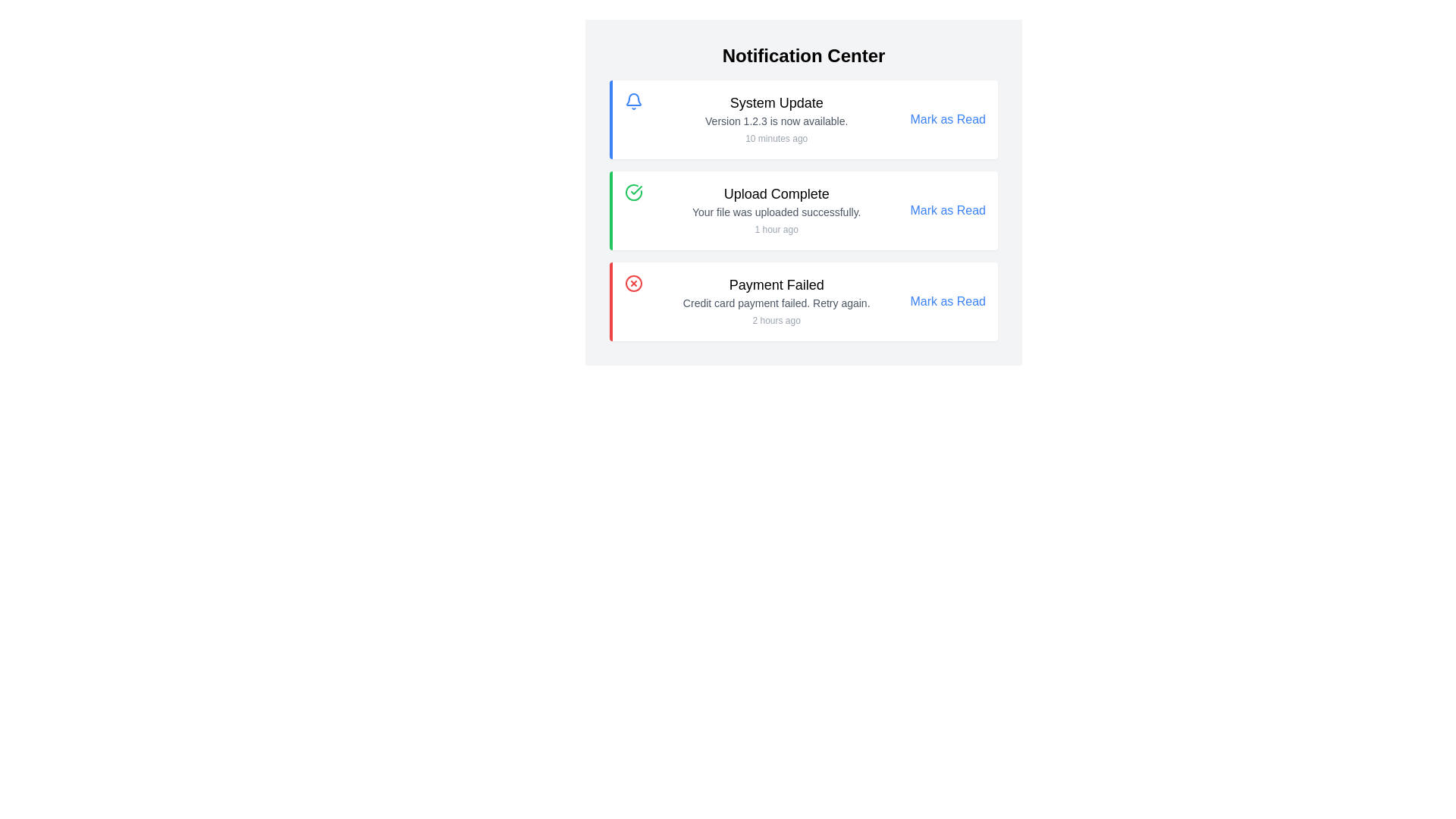 The height and width of the screenshot is (819, 1456). What do you see at coordinates (777, 320) in the screenshot?
I see `the timestamp text located in the third notification item of the 'Notification Center', which is directly below the description 'Credit card payment failed. Retry again.'` at bounding box center [777, 320].